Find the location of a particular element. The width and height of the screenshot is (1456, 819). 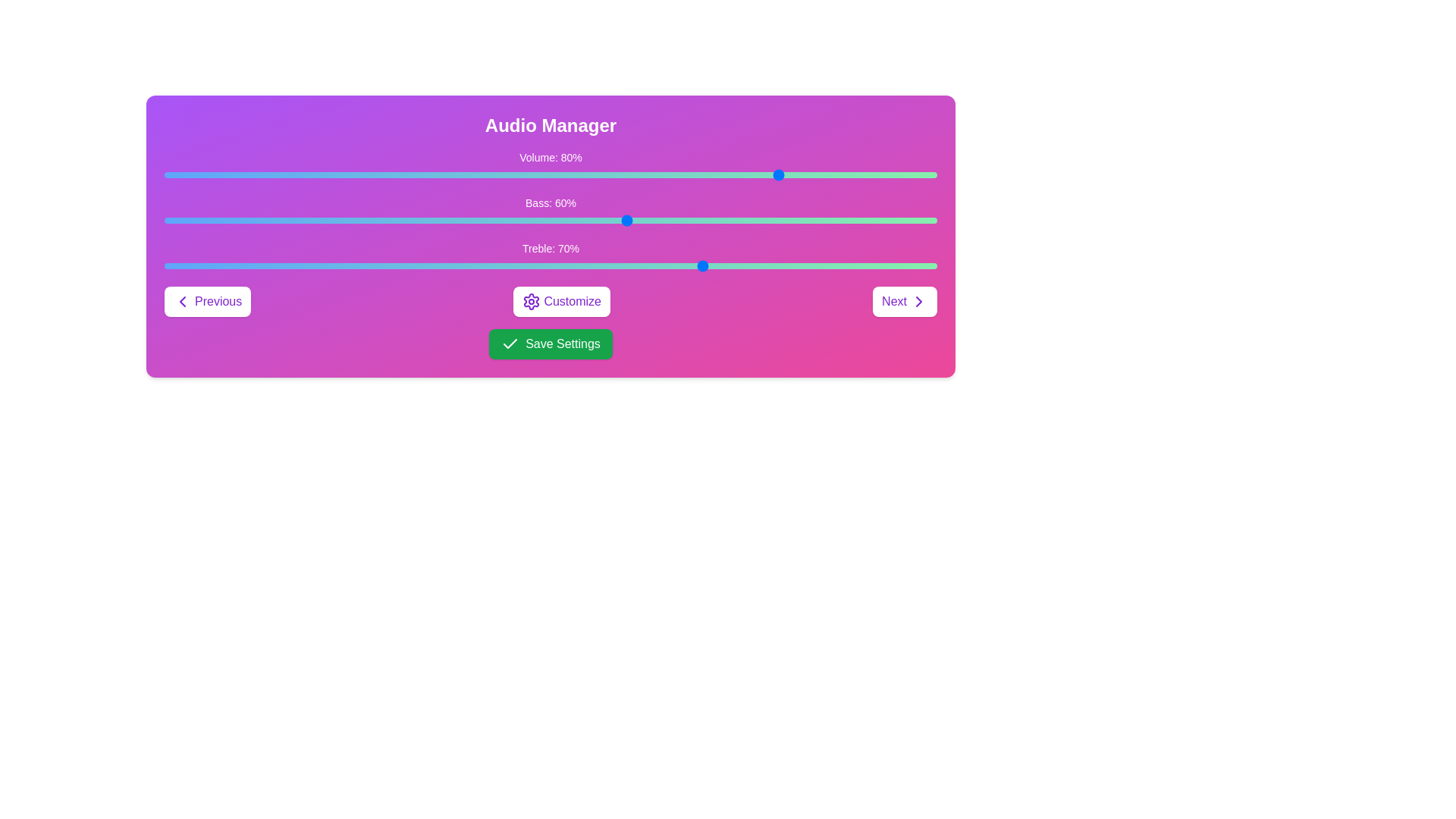

treble is located at coordinates (913, 265).